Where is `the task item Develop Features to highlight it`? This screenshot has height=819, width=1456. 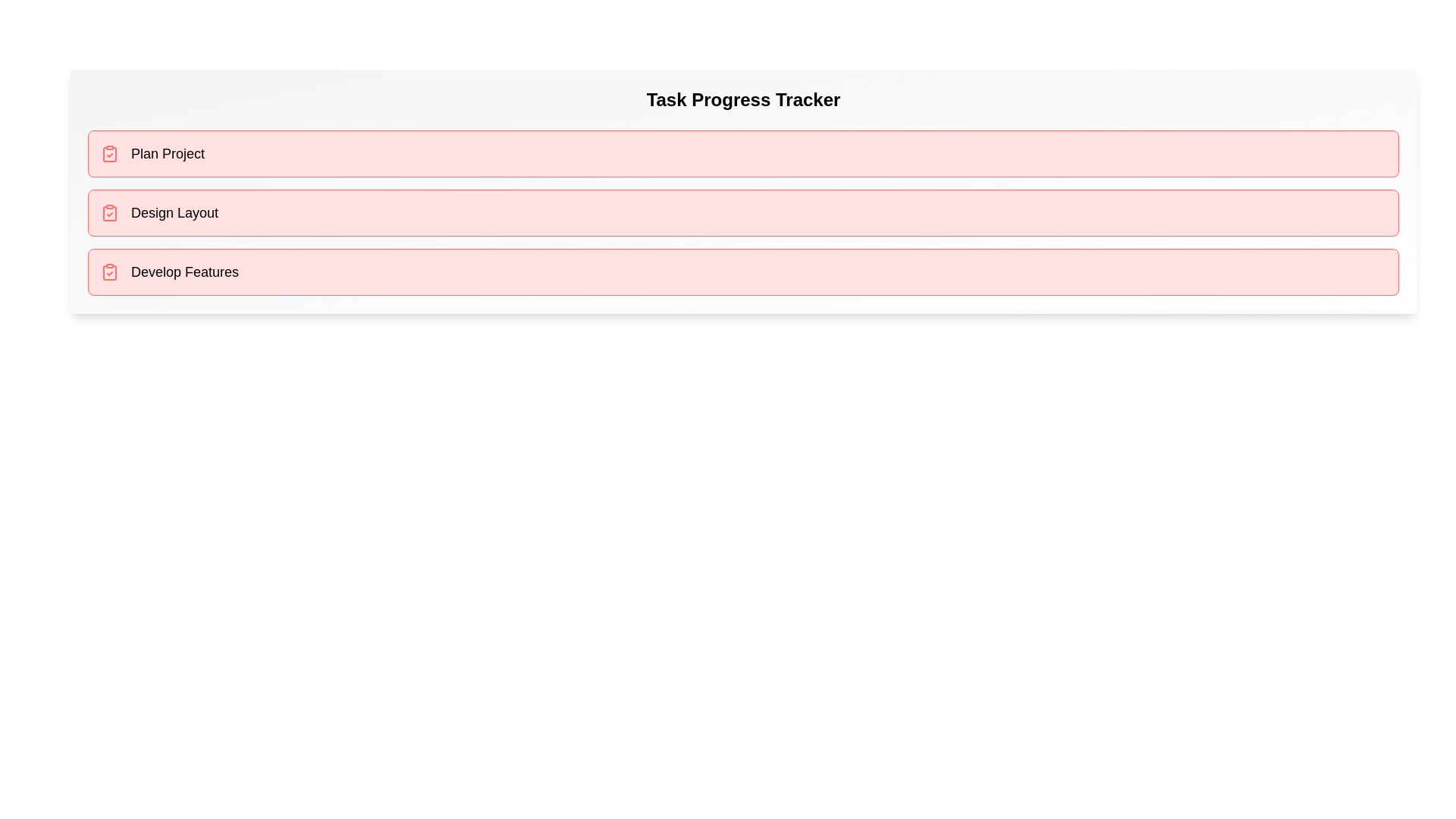 the task item Develop Features to highlight it is located at coordinates (743, 271).